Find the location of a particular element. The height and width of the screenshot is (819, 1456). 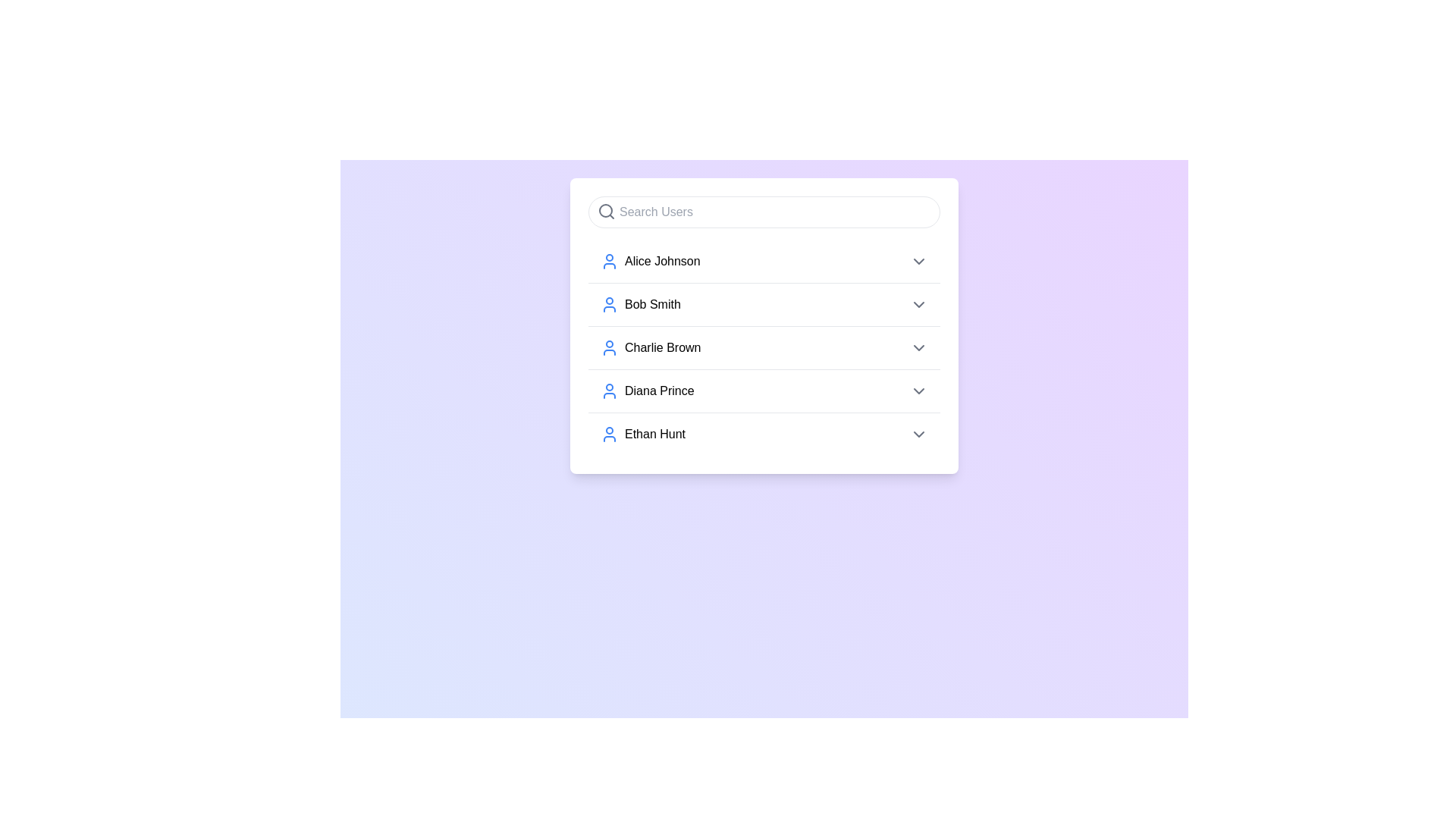

the selectable user entry 'Ethan Hunt' in the fourth row of the dropdown menu is located at coordinates (643, 435).